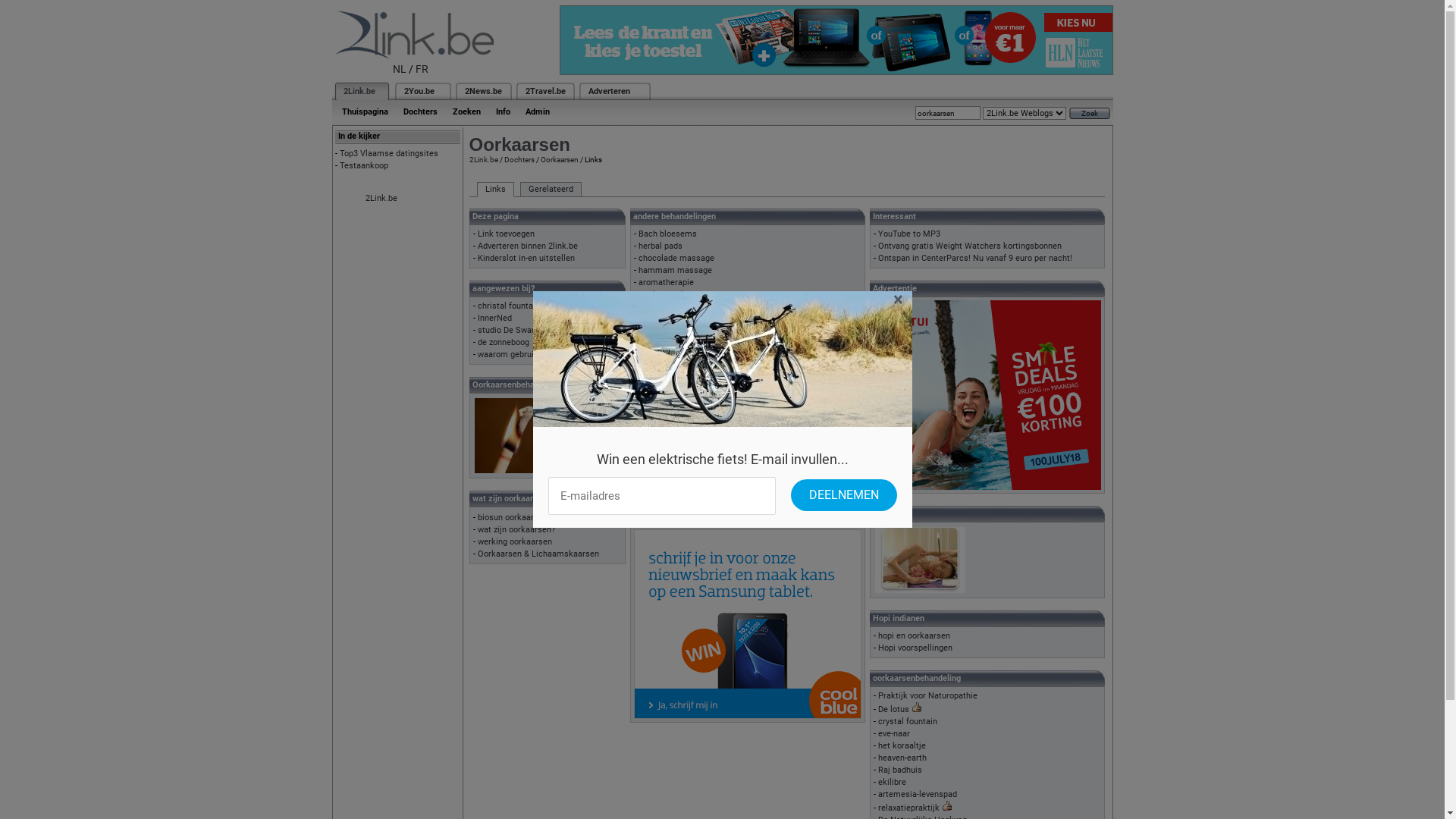 The image size is (1456, 819). I want to click on 'Dochters', so click(503, 159).